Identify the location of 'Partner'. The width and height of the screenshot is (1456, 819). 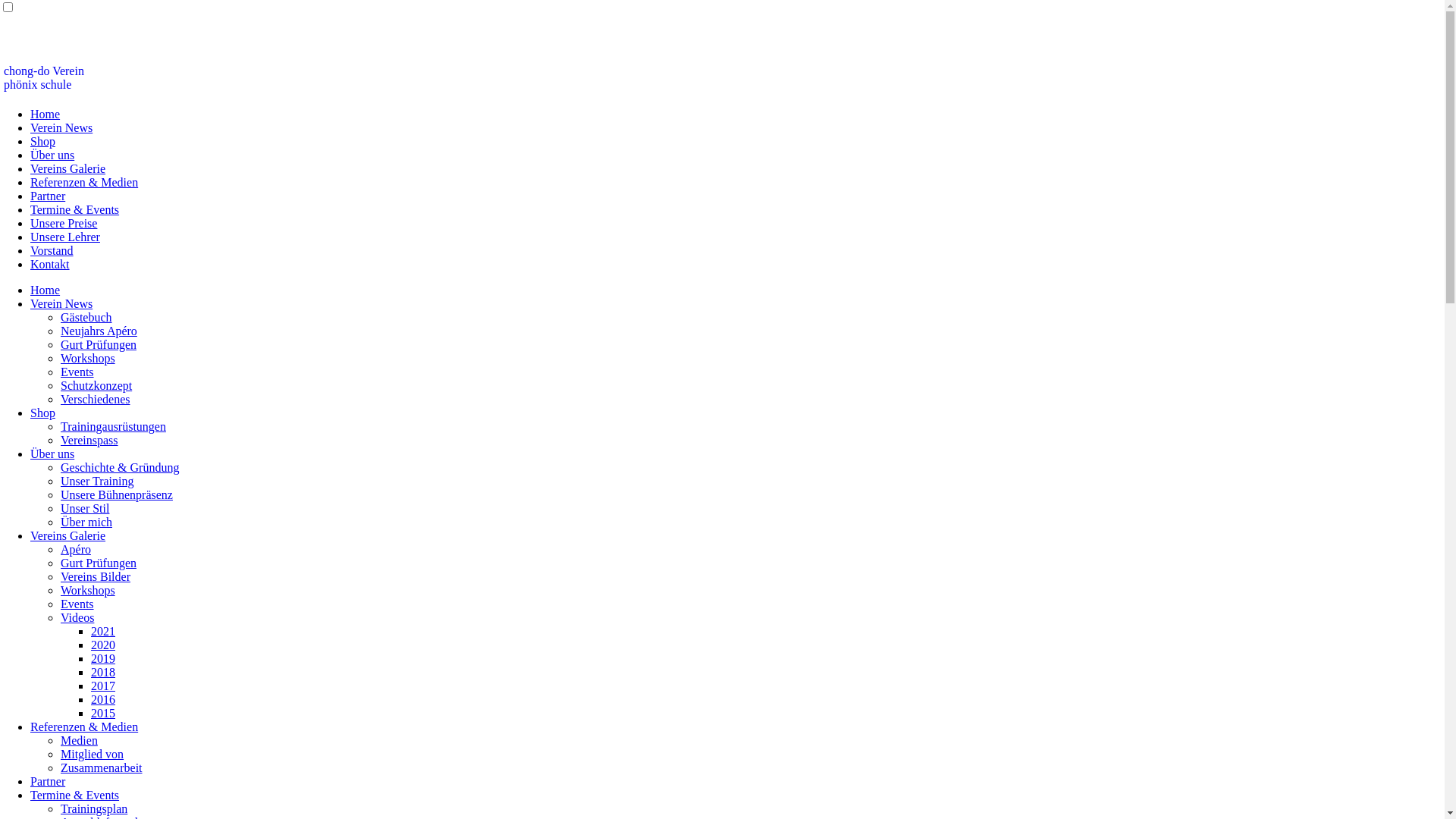
(47, 781).